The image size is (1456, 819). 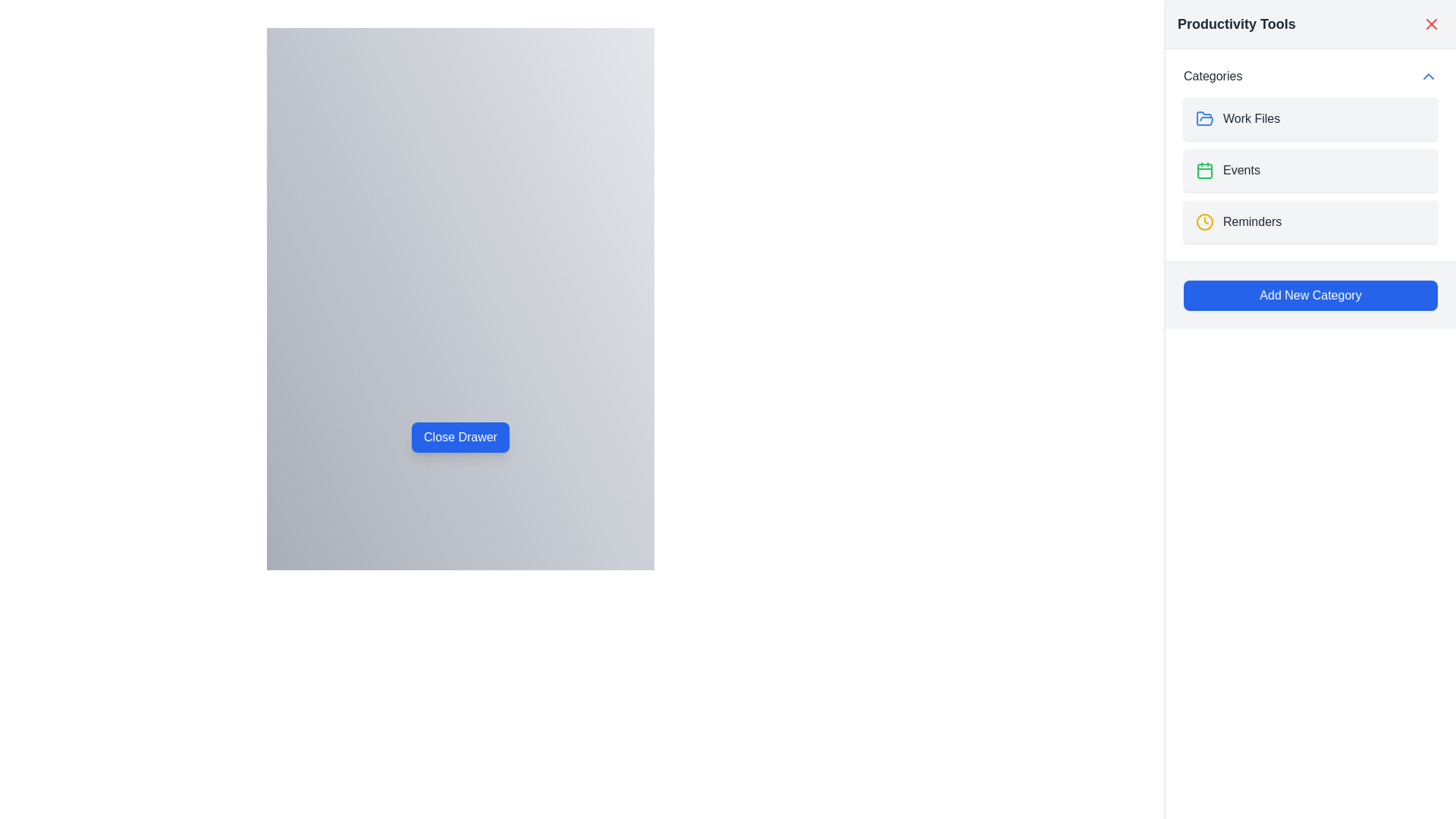 What do you see at coordinates (1203, 118) in the screenshot?
I see `the blue outlined open folder icon in the 'Work Files' category section to trigger the tooltip` at bounding box center [1203, 118].